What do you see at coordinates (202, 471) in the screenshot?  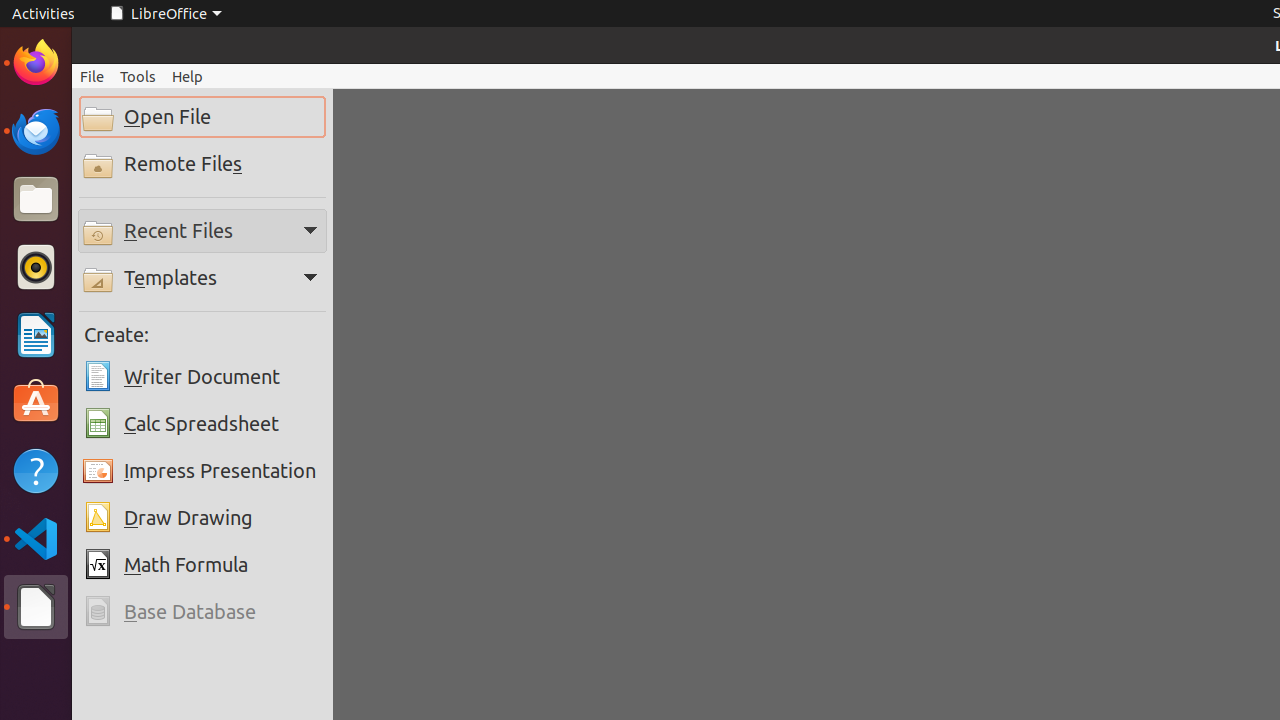 I see `'Impress Presentation'` at bounding box center [202, 471].